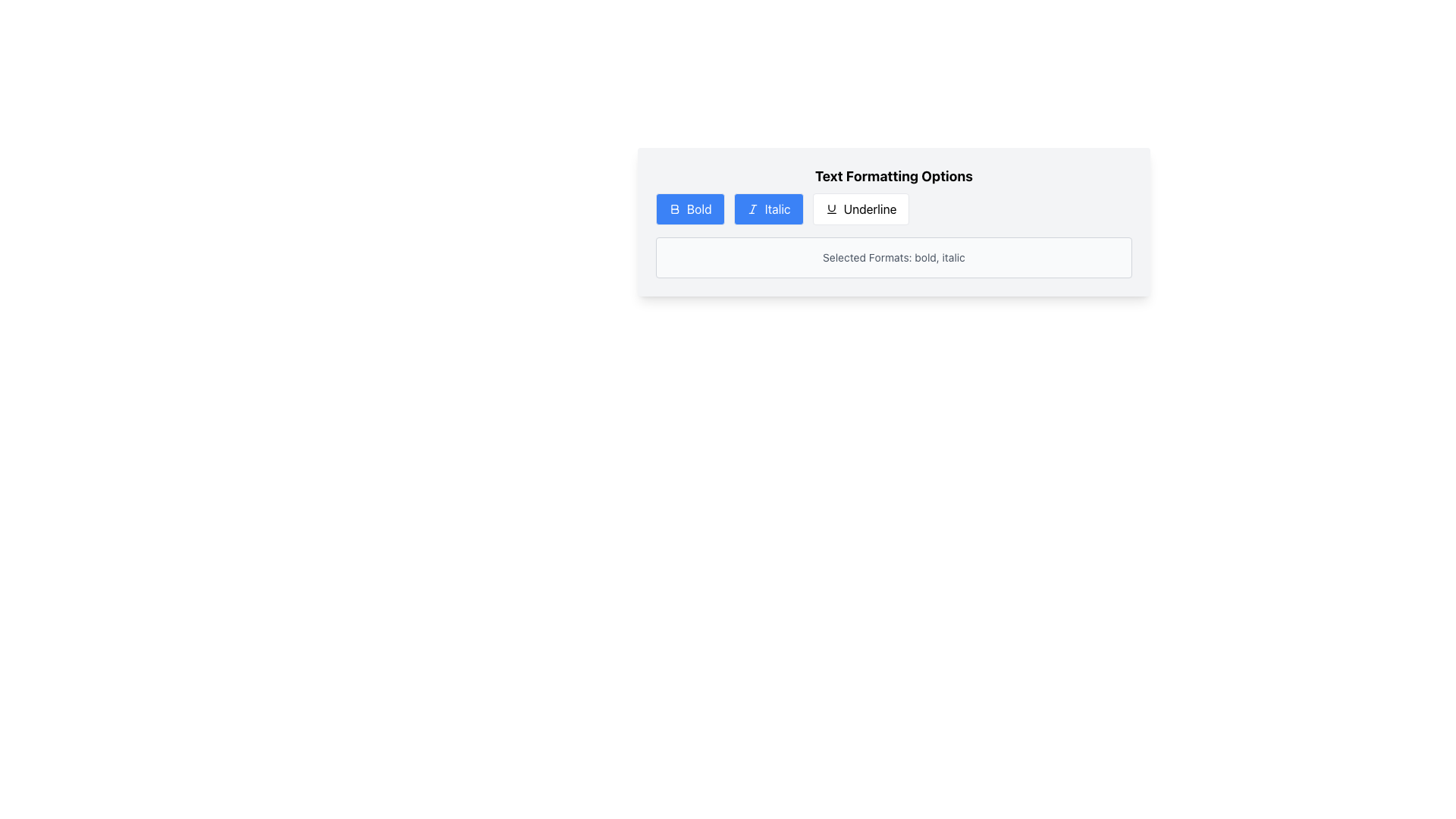  Describe the element at coordinates (752, 209) in the screenshot. I see `the italic formatting button, which is the second icon in the toolbar next to the Bold and Underline options, to activate italic formatting` at that location.